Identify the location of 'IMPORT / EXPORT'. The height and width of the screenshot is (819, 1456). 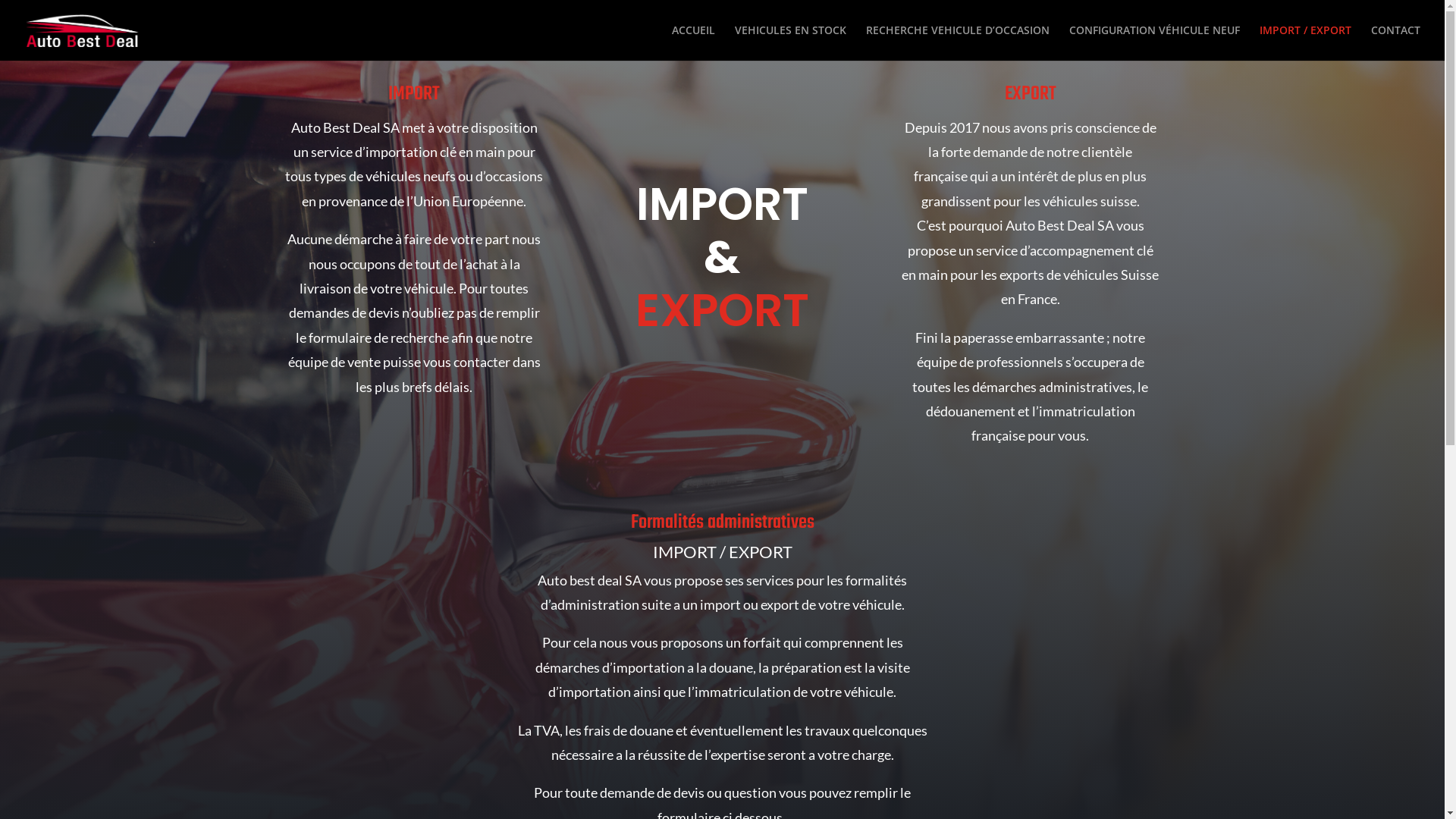
(1304, 42).